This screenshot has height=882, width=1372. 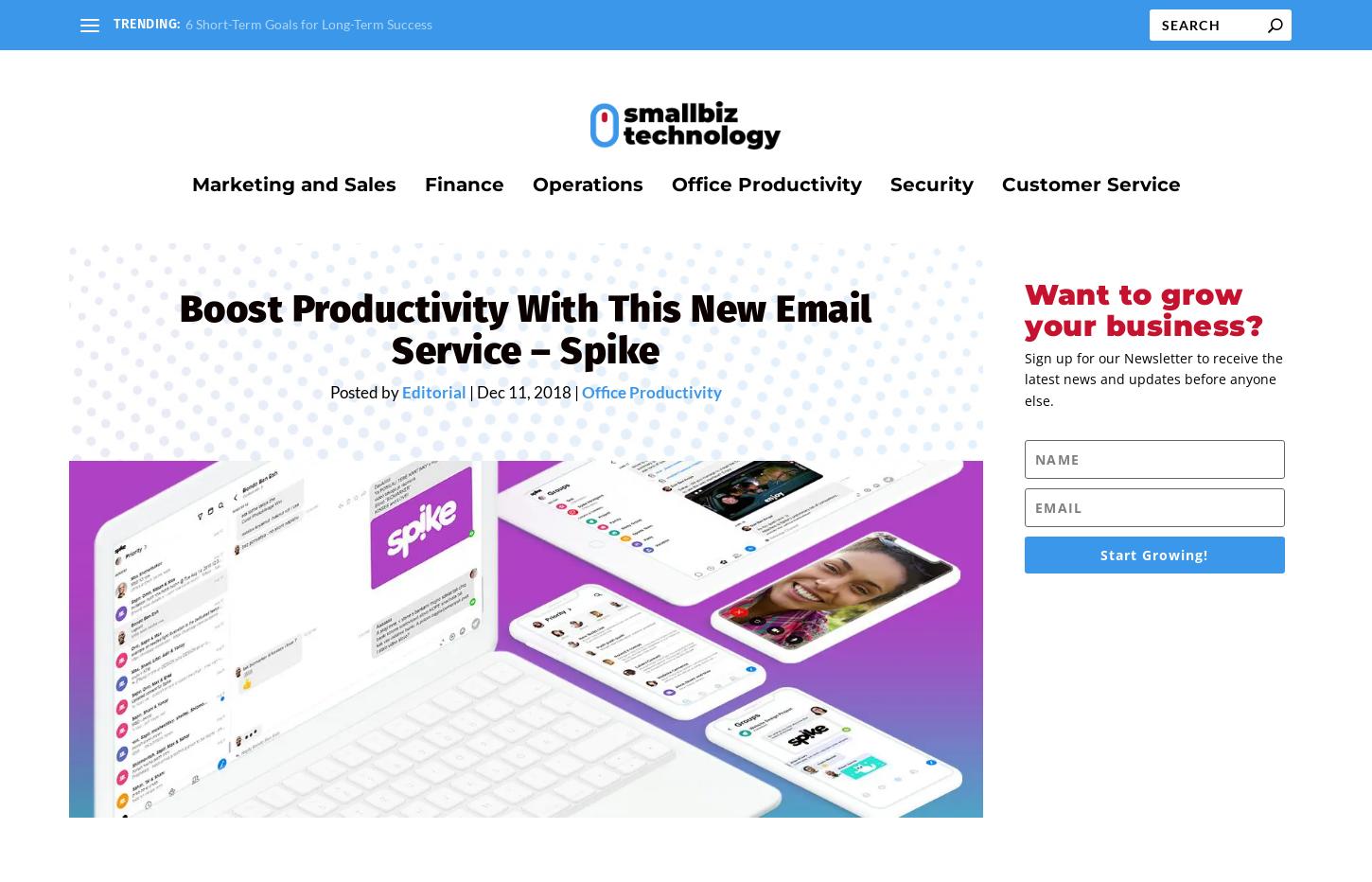 I want to click on 'Finance', so click(x=463, y=172).